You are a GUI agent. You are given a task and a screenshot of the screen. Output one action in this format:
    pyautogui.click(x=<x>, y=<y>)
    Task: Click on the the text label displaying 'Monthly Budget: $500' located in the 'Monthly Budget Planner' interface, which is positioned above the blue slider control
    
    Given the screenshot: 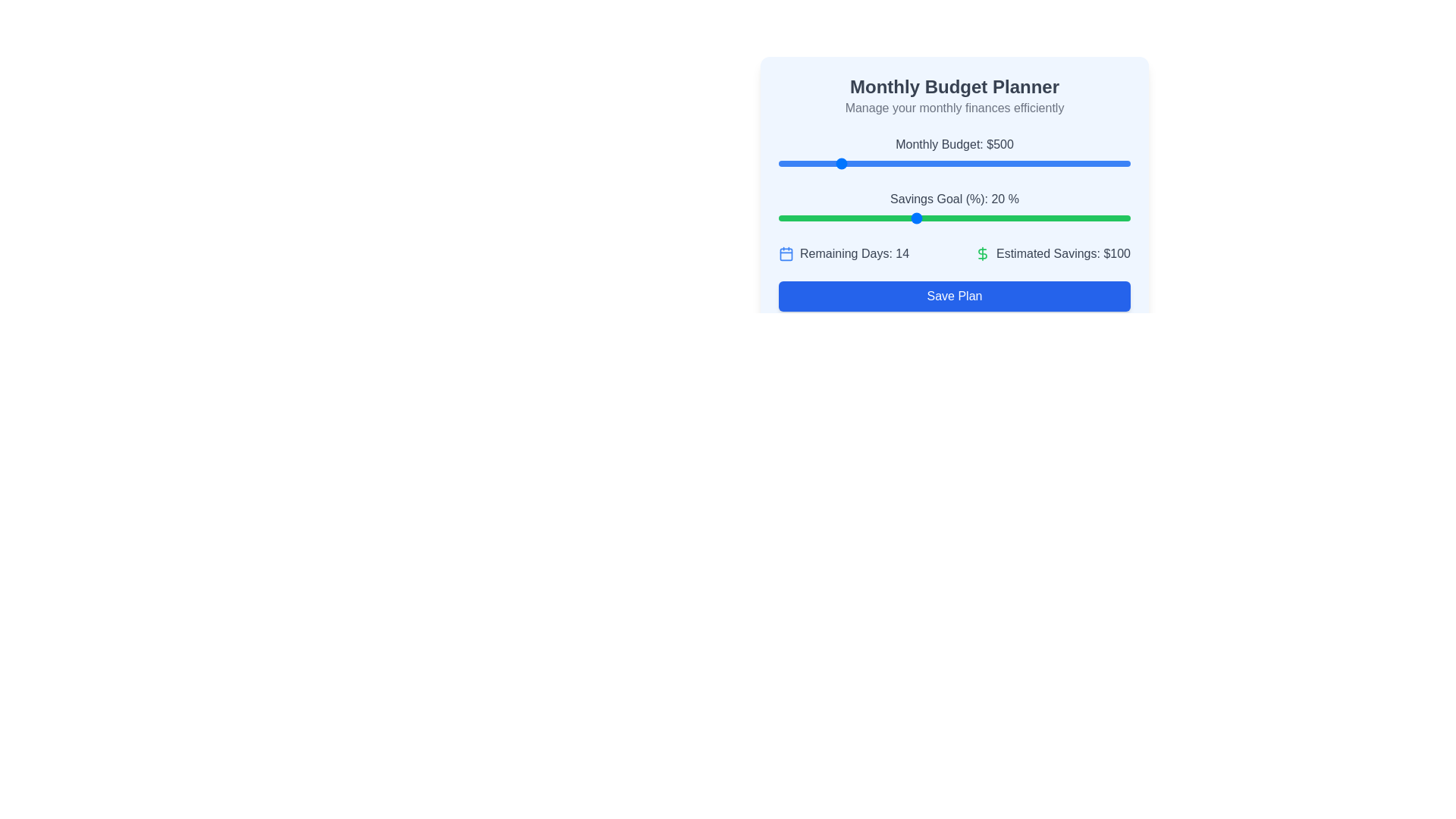 What is the action you would take?
    pyautogui.click(x=953, y=145)
    